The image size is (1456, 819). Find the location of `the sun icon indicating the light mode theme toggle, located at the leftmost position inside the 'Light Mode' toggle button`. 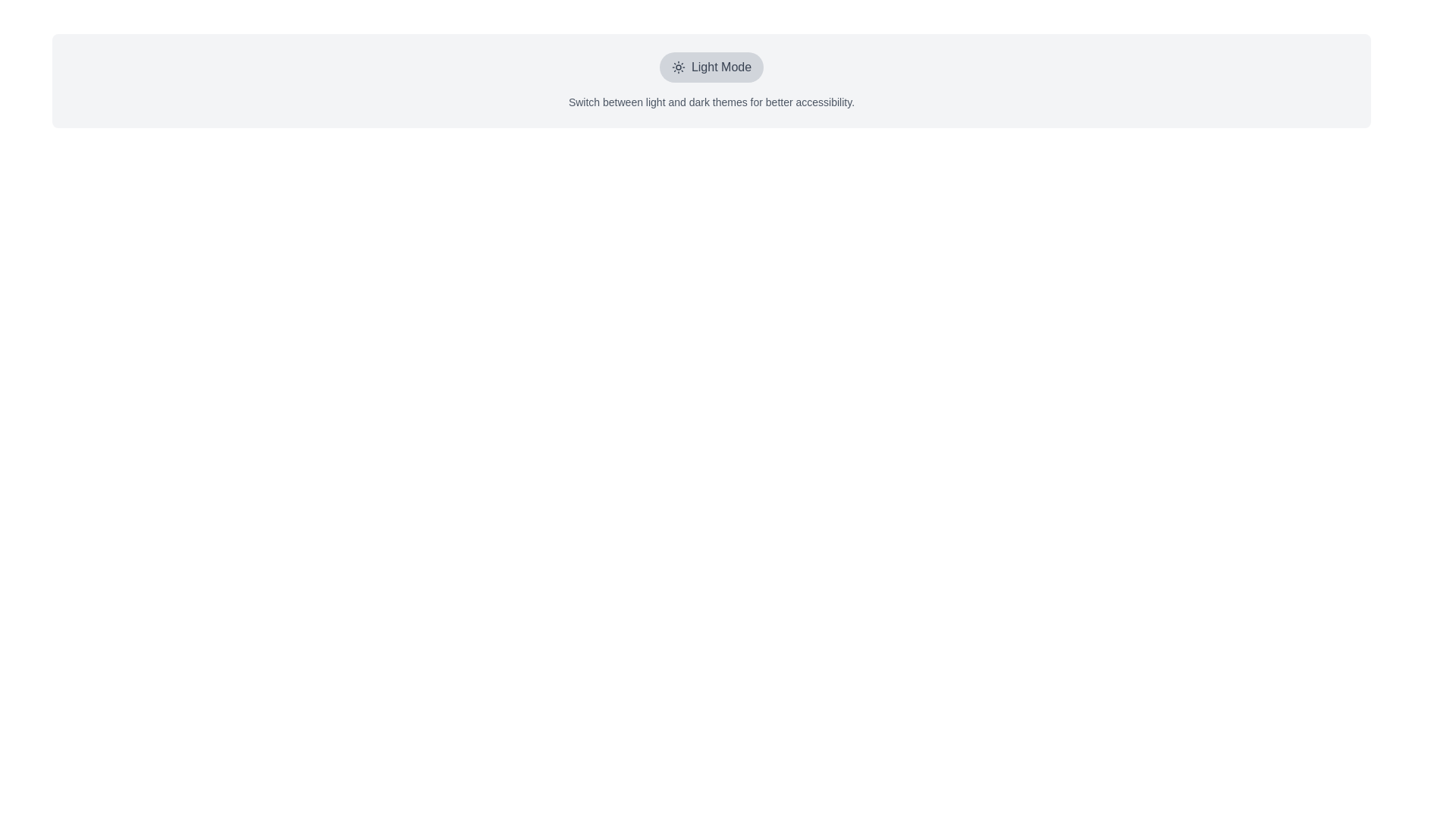

the sun icon indicating the light mode theme toggle, located at the leftmost position inside the 'Light Mode' toggle button is located at coordinates (677, 66).